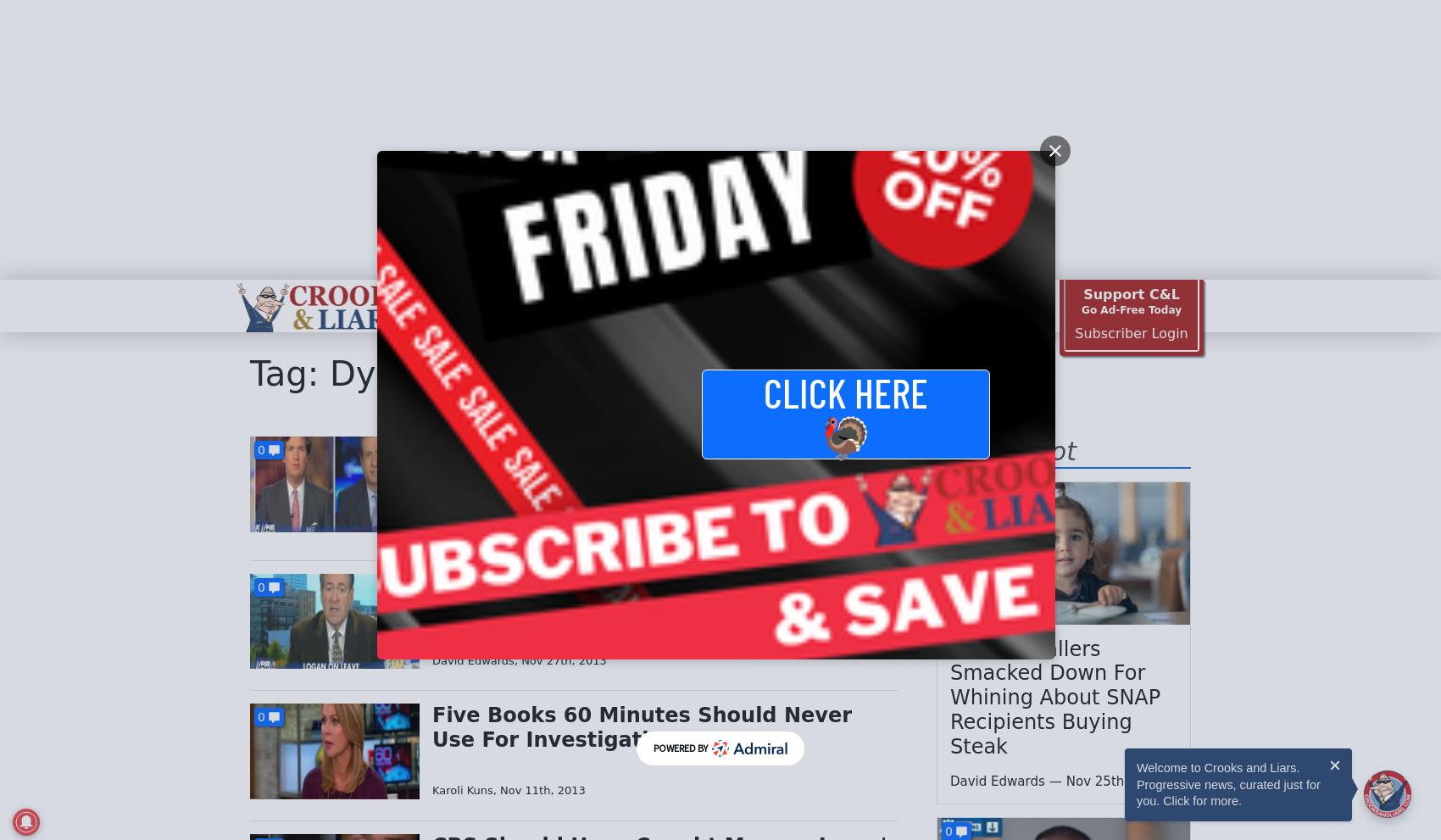 Image resolution: width=1441 pixels, height=840 pixels. I want to click on 'Nov 11th, 2013', so click(542, 789).